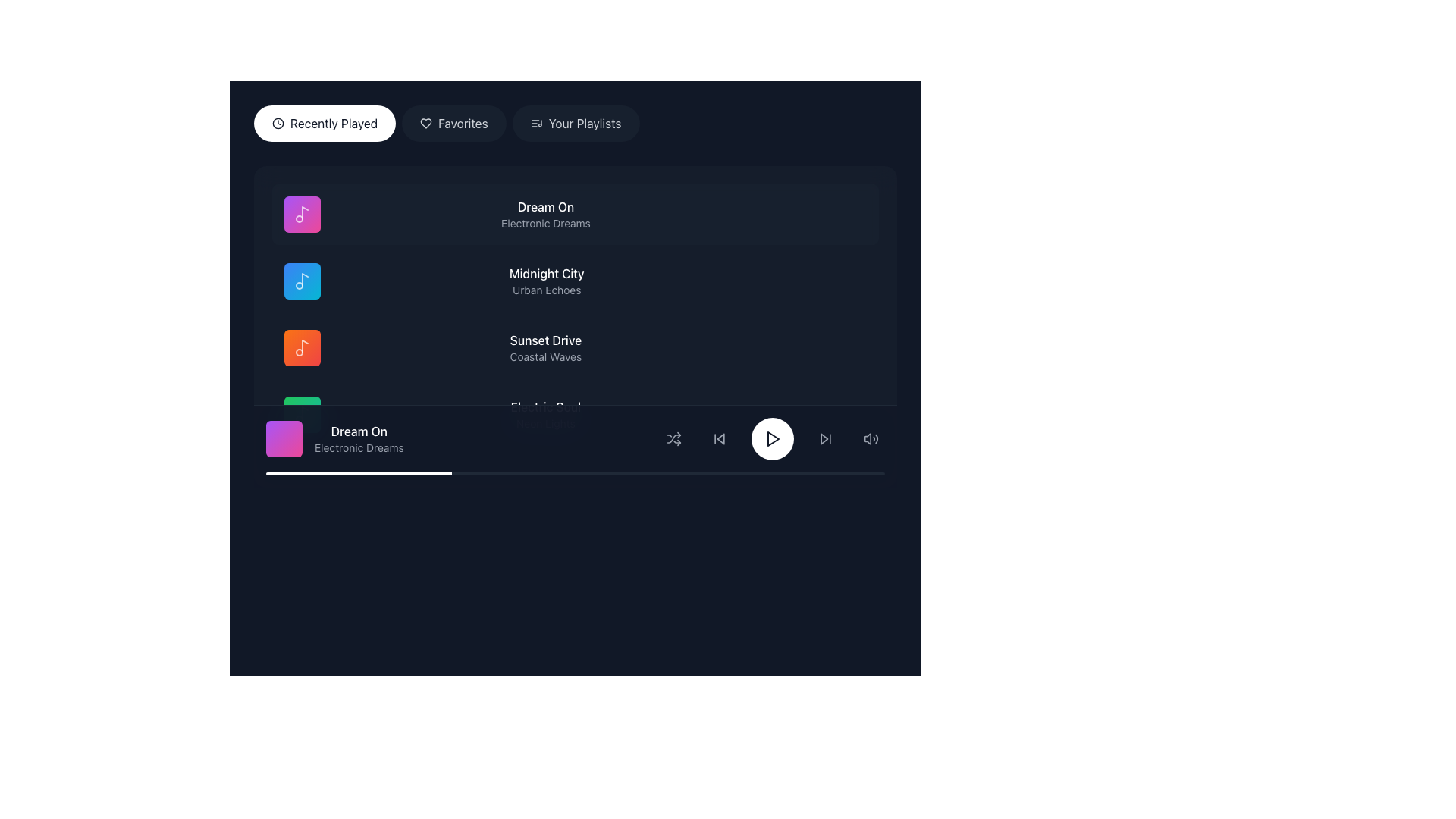  Describe the element at coordinates (574, 438) in the screenshot. I see `the Media Control Bar` at that location.